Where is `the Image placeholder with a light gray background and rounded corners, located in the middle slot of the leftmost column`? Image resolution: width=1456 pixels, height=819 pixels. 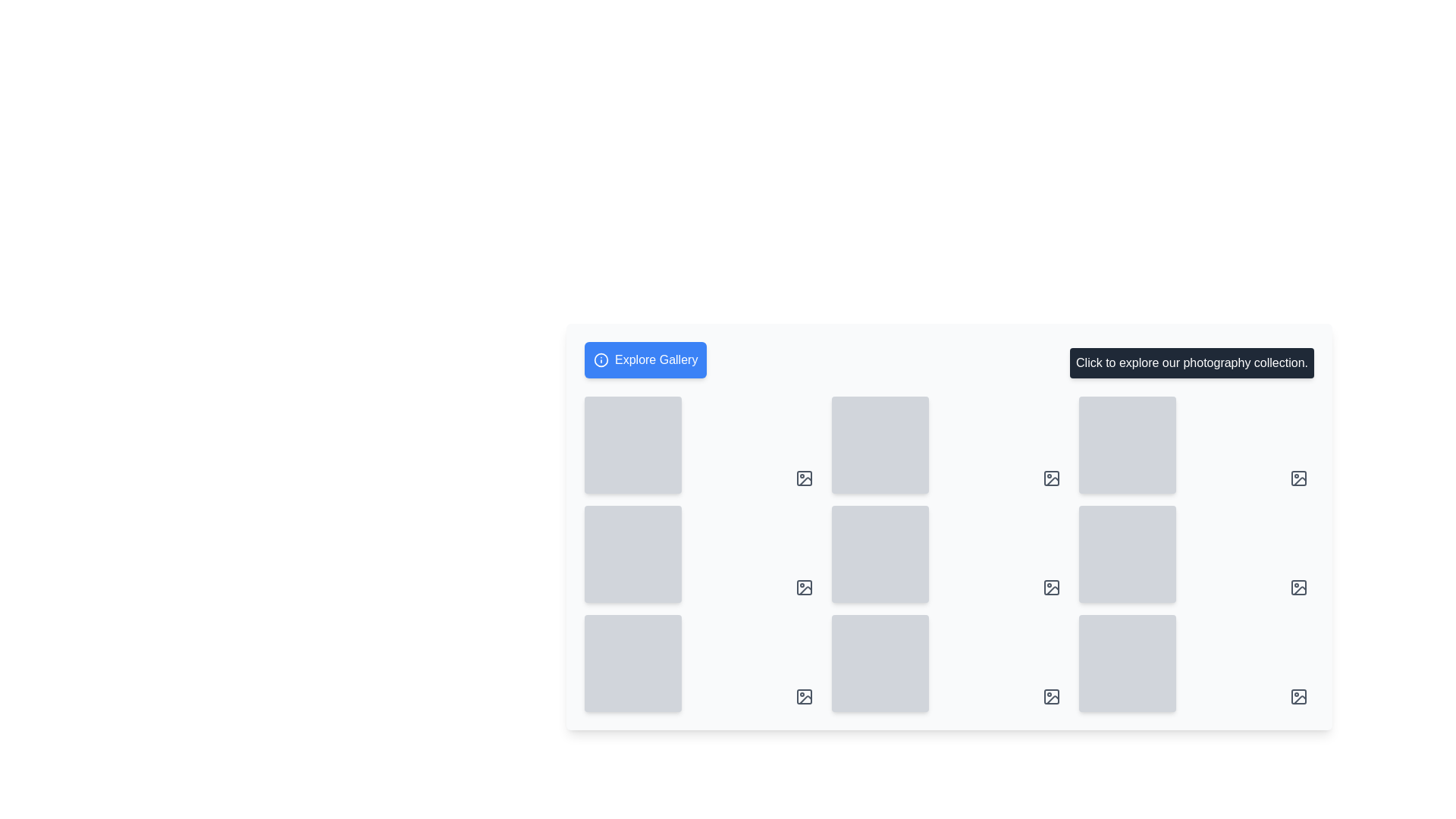 the Image placeholder with a light gray background and rounded corners, located in the middle slot of the leftmost column is located at coordinates (701, 554).